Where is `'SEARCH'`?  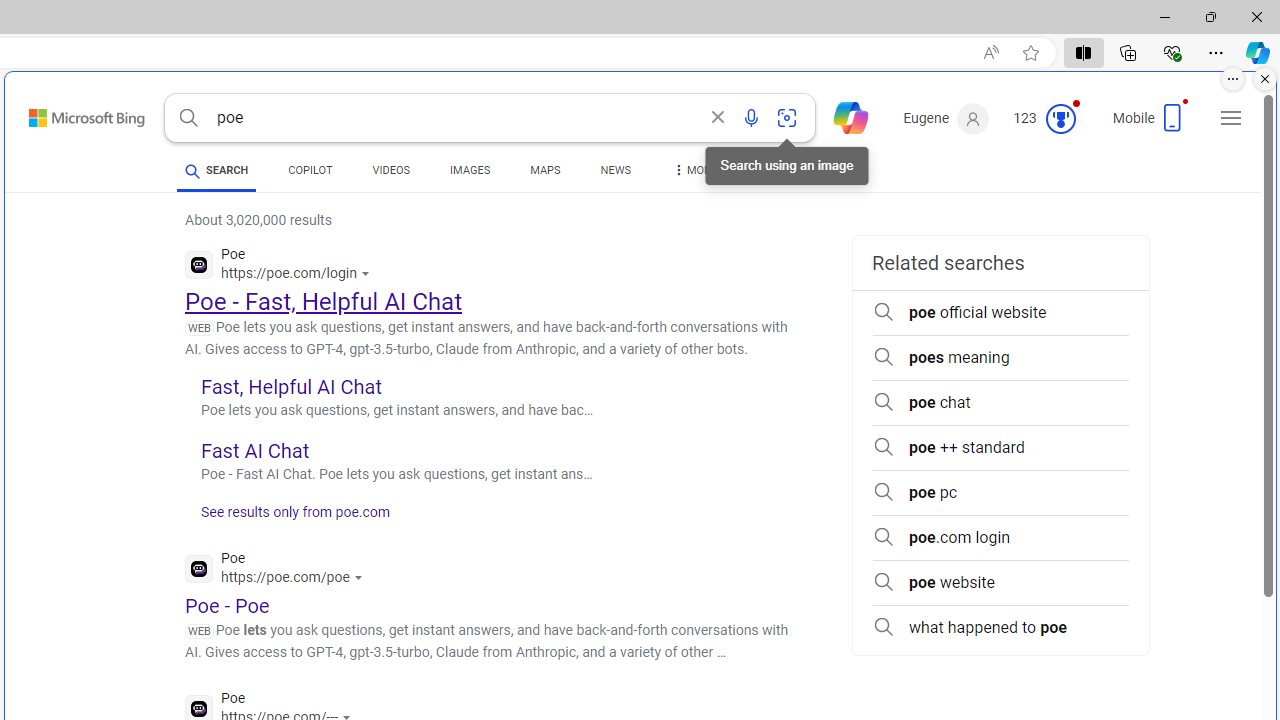 'SEARCH' is located at coordinates (216, 169).